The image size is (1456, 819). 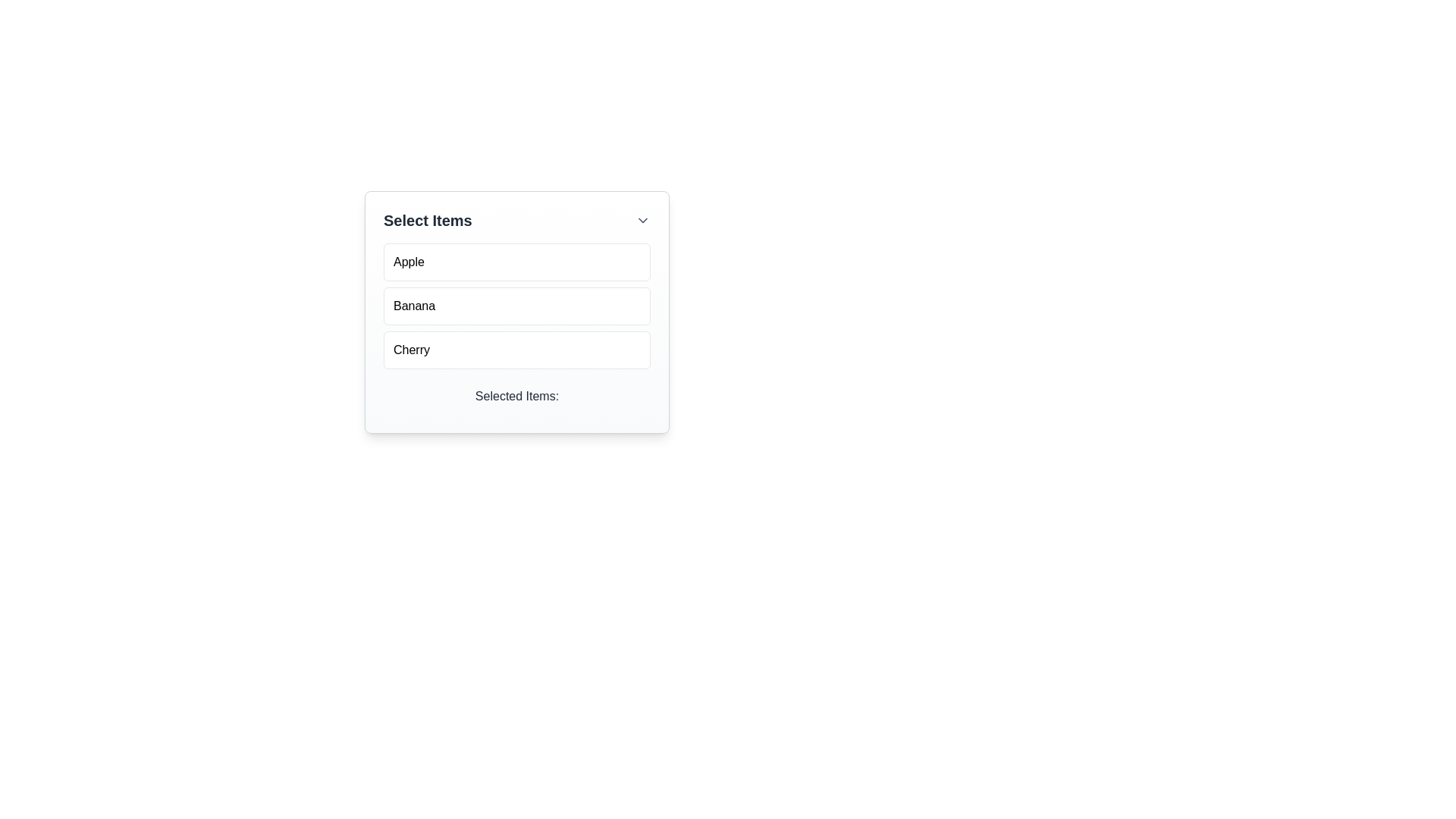 I want to click on the second selectable list item, which is positioned below 'Apple' and above 'Cherry', so click(x=516, y=306).